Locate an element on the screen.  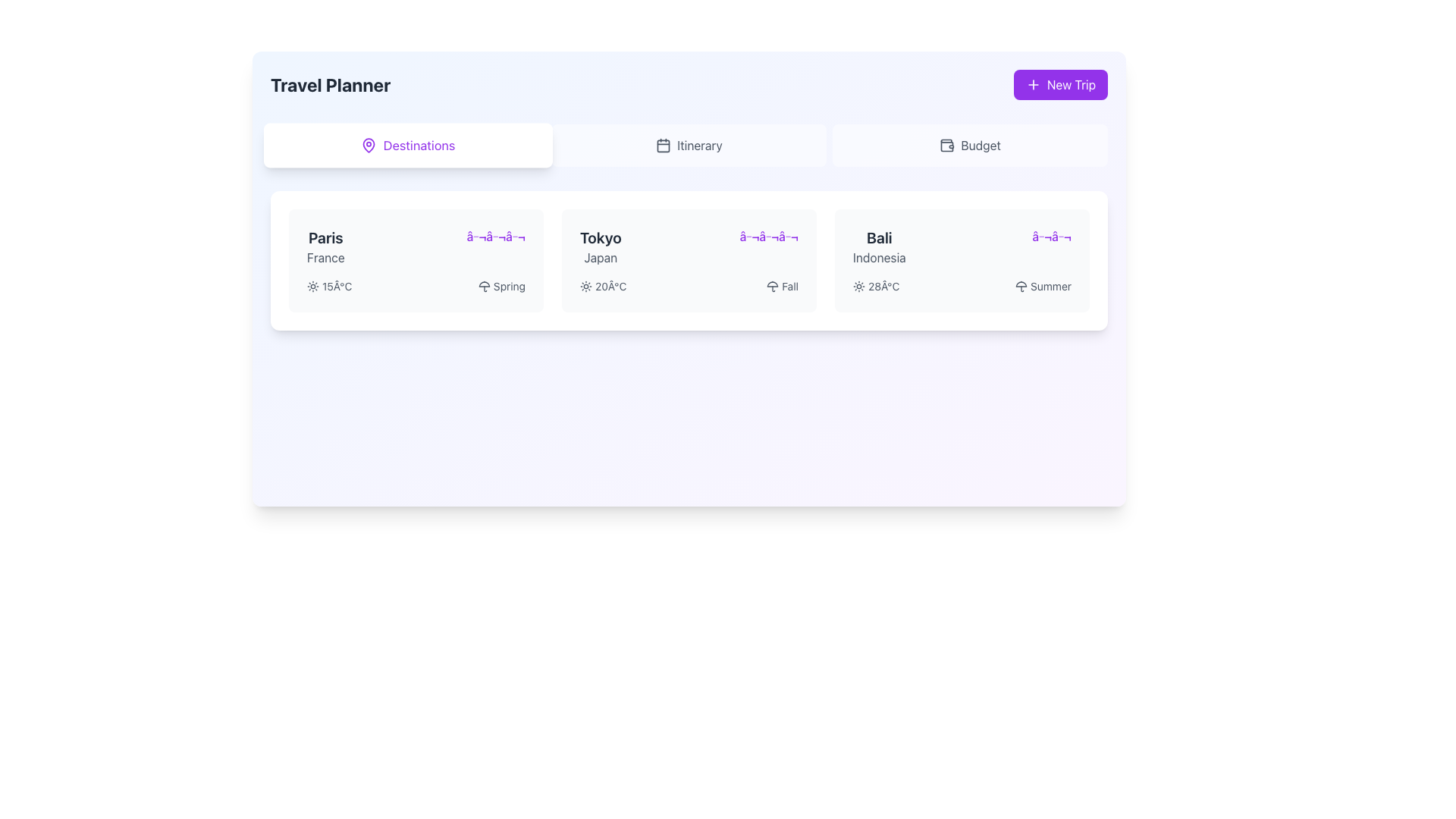
the 'Itinerary' button in the navigation bar is located at coordinates (688, 146).